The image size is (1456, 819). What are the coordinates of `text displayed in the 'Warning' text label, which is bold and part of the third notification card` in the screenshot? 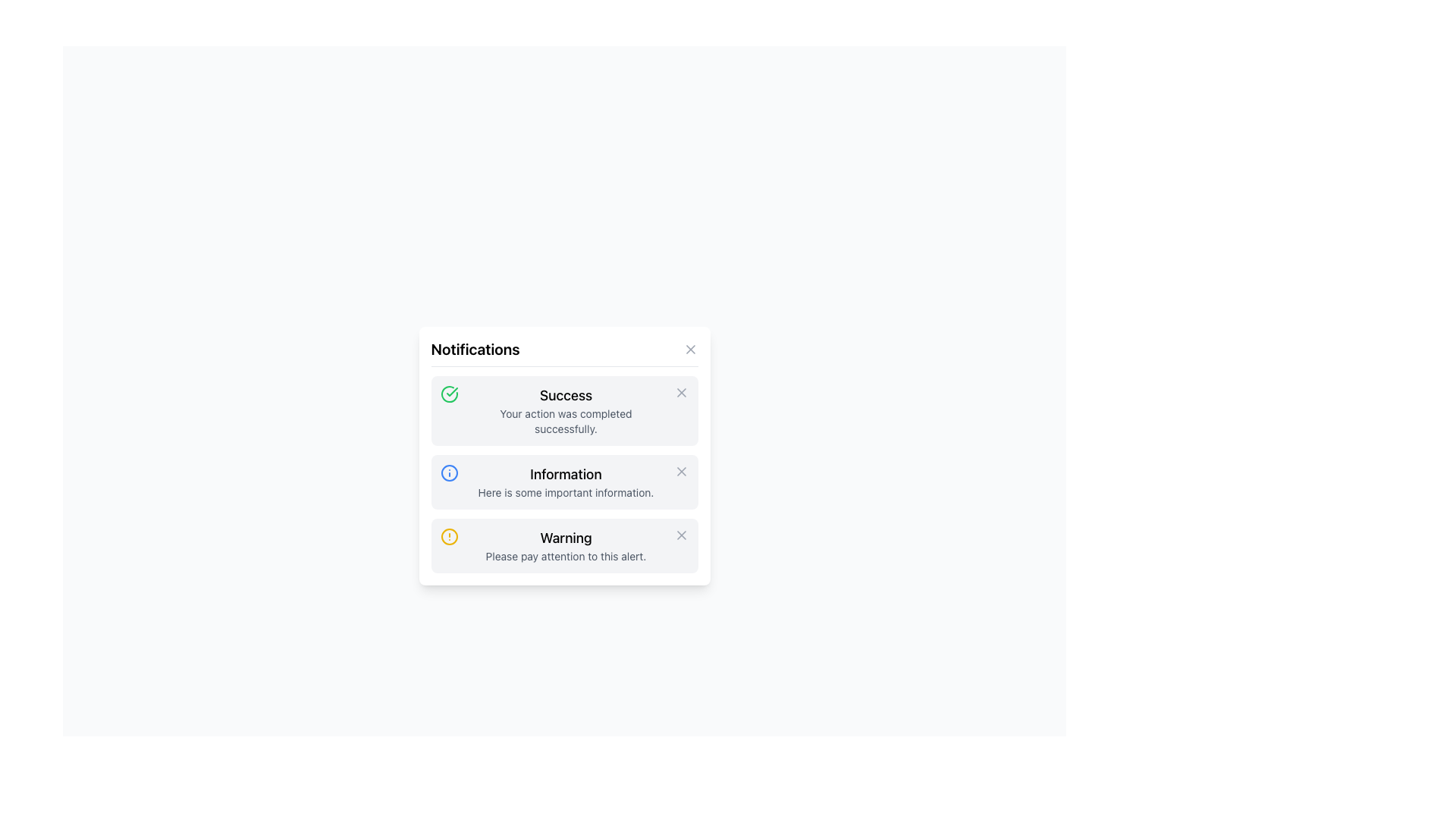 It's located at (565, 537).